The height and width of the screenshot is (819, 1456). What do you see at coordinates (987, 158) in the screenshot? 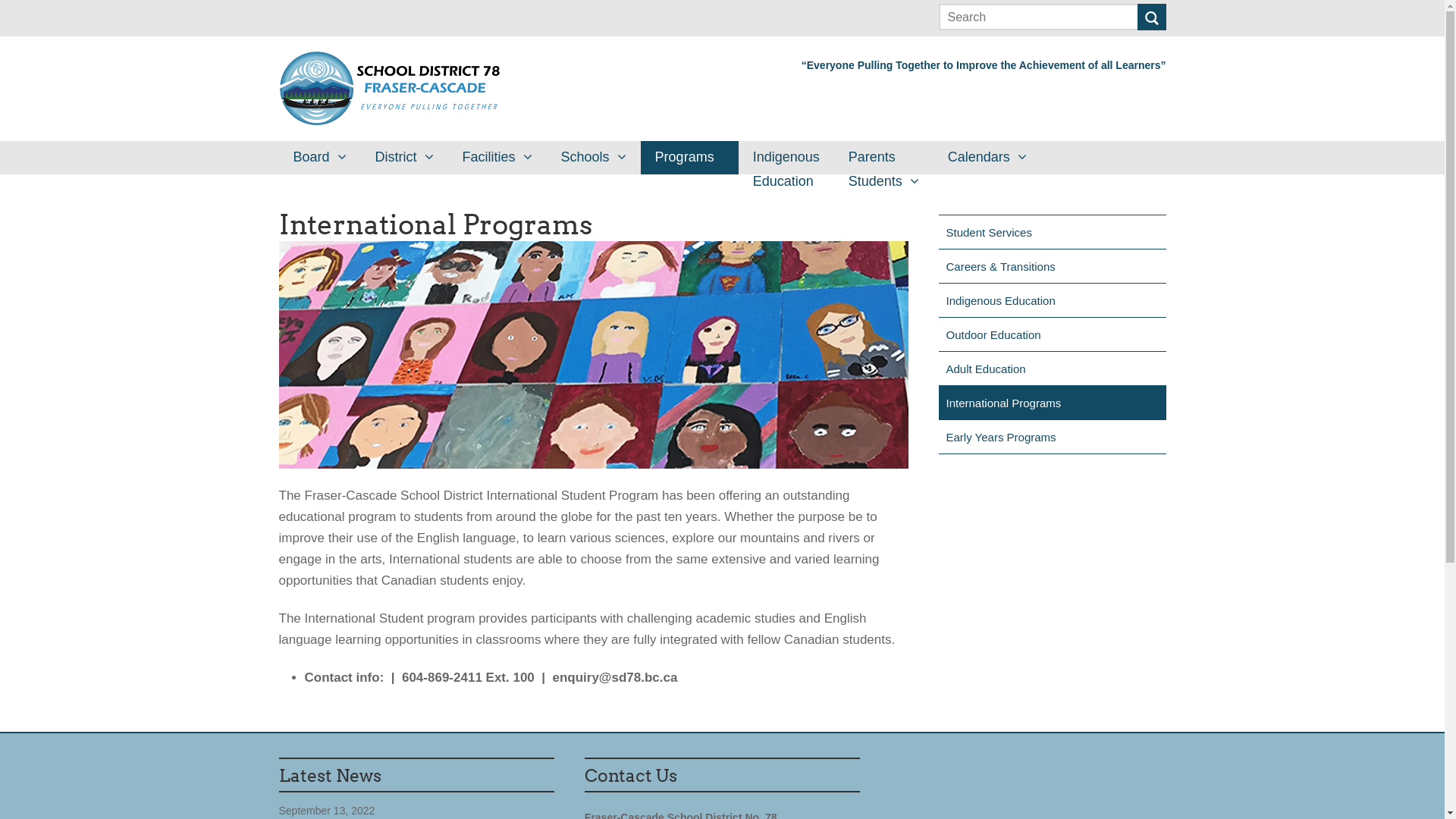
I see `'Calendars'` at bounding box center [987, 158].